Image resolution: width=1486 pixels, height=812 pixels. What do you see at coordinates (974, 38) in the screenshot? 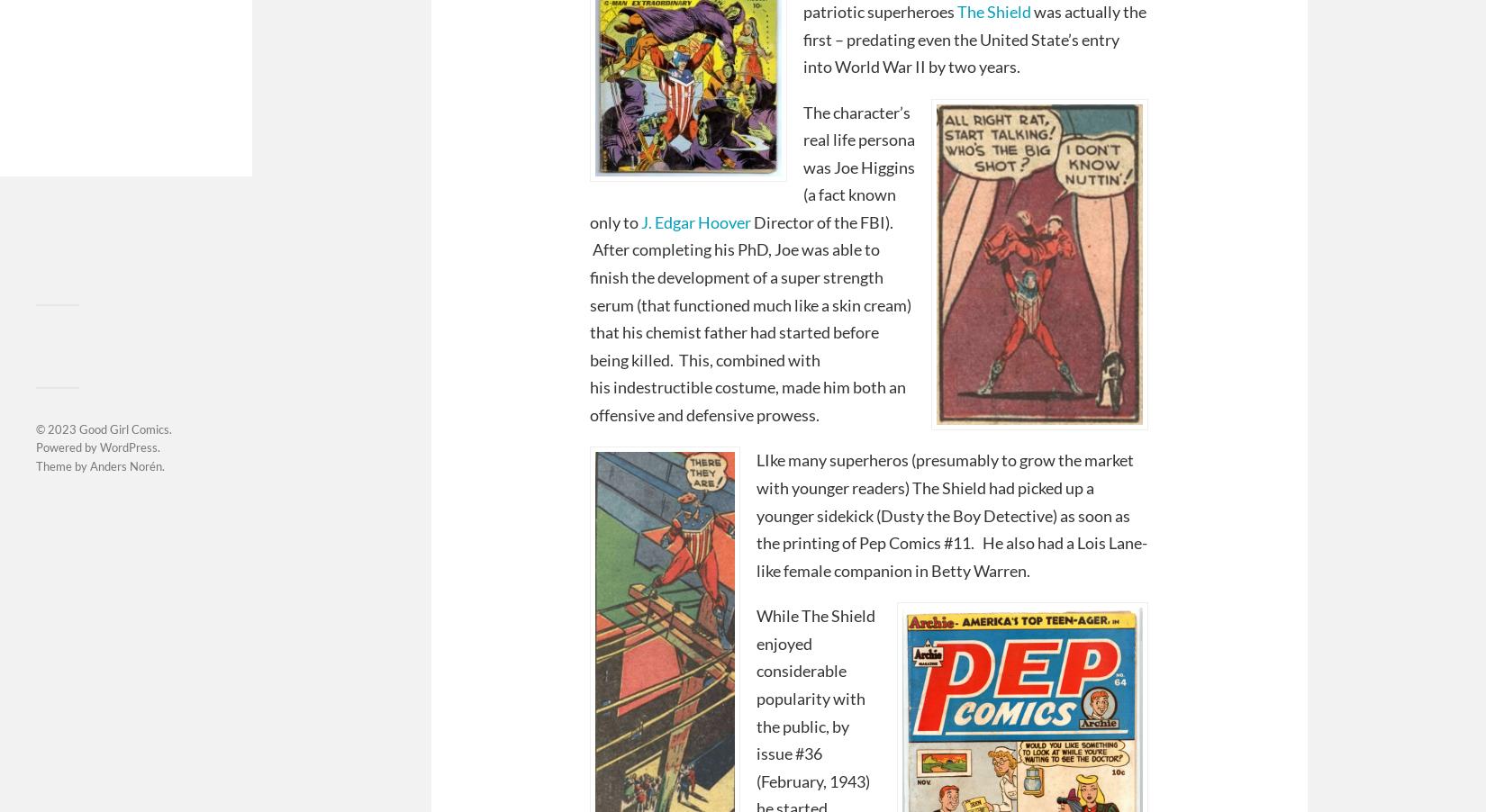
I see `'was actually the first – predating even the United State’s entry into World War II by two years.'` at bounding box center [974, 38].